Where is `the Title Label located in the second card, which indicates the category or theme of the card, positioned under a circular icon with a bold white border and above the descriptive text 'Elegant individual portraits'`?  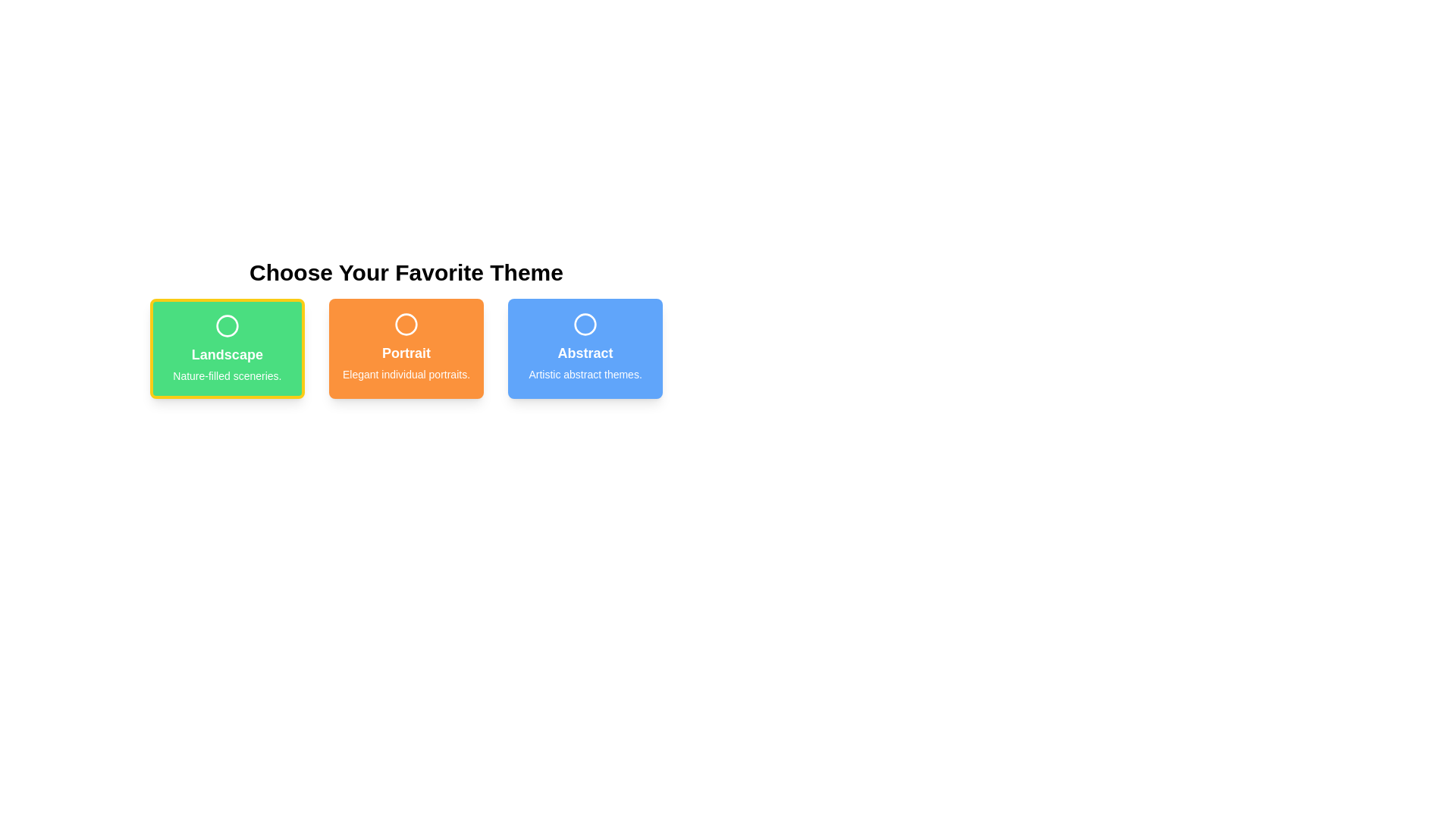
the Title Label located in the second card, which indicates the category or theme of the card, positioned under a circular icon with a bold white border and above the descriptive text 'Elegant individual portraits' is located at coordinates (406, 353).